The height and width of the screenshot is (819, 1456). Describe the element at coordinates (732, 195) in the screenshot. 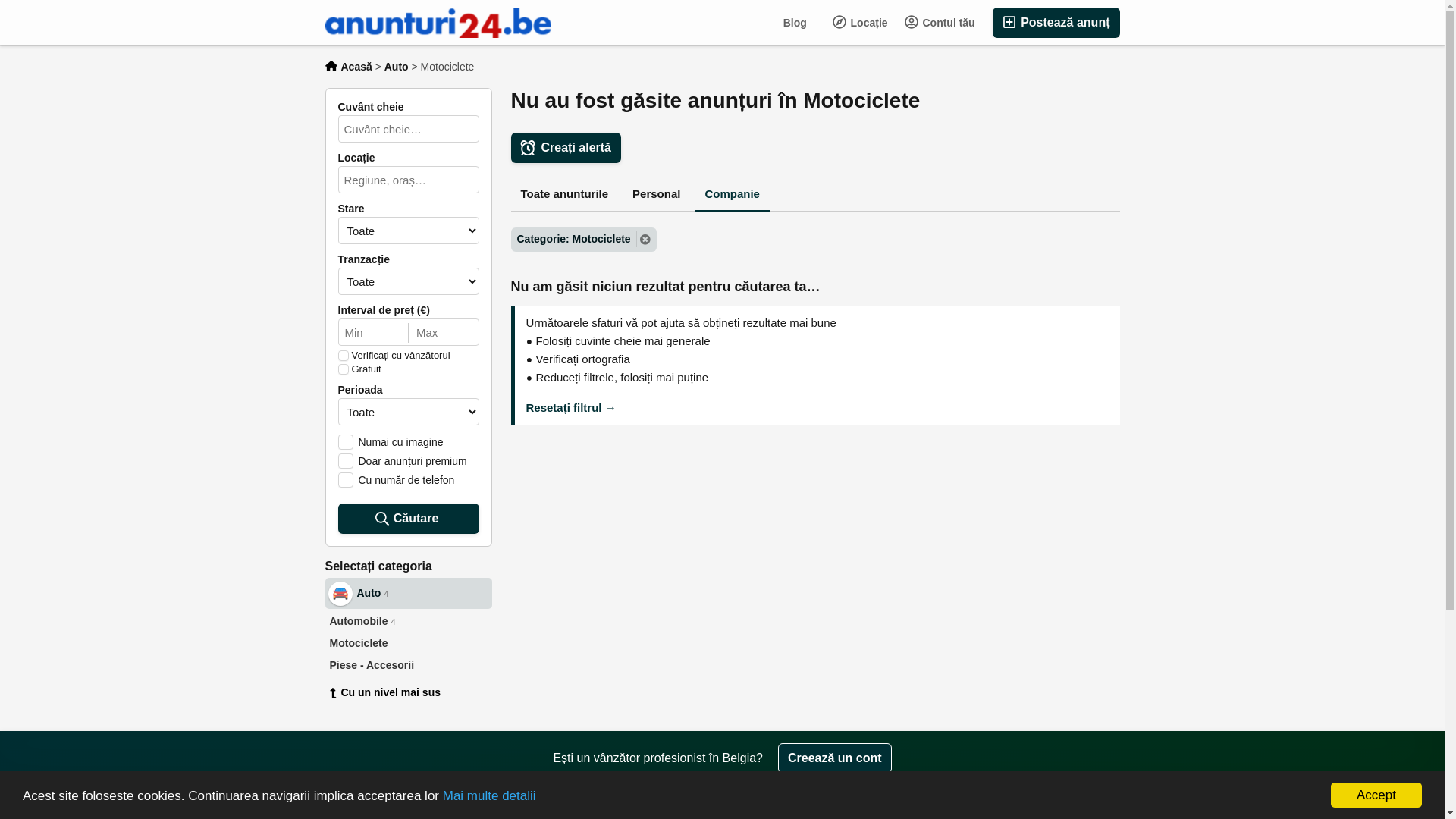

I see `'Companie'` at that location.